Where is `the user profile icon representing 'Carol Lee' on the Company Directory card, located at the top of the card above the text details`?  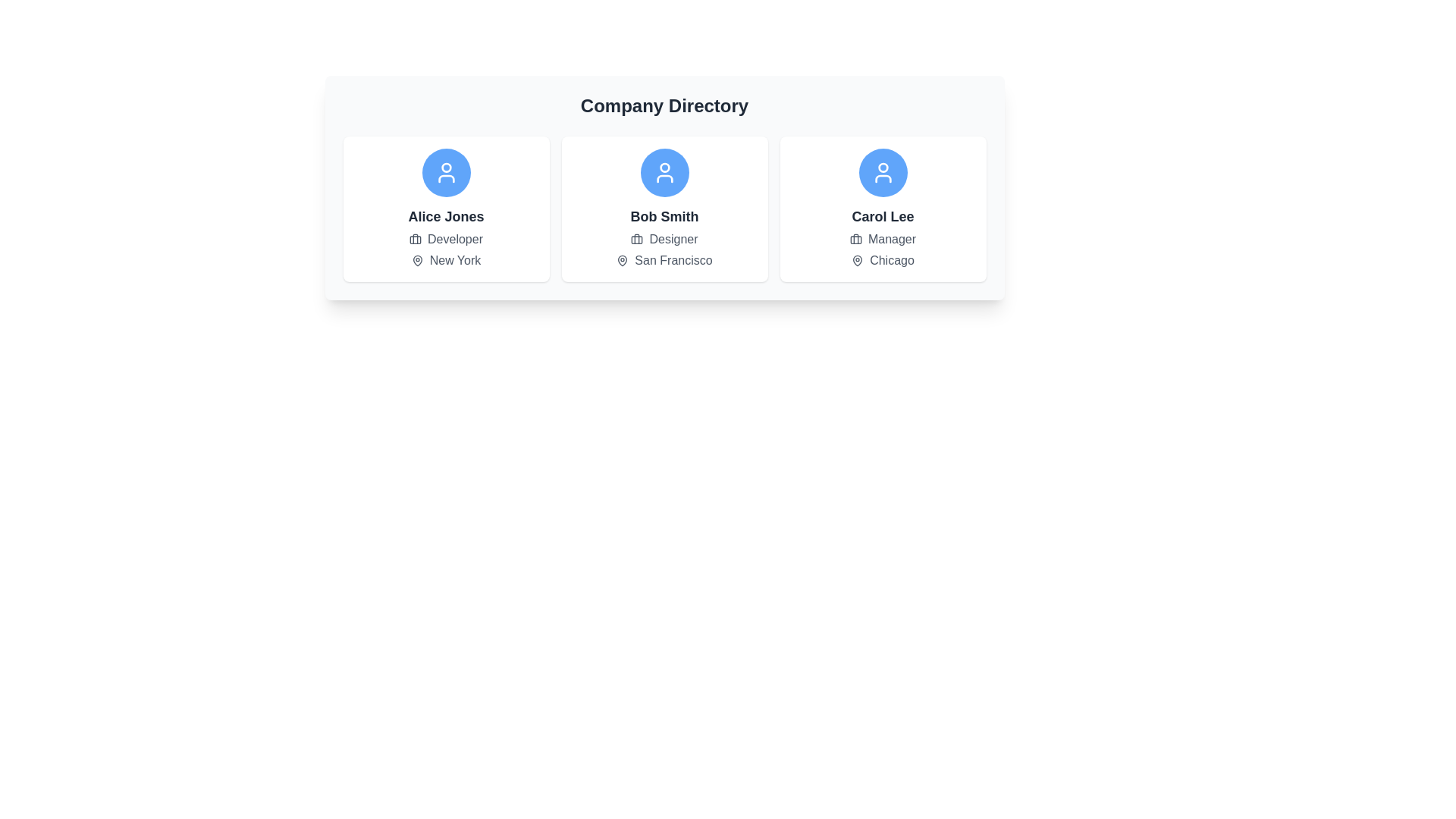 the user profile icon representing 'Carol Lee' on the Company Directory card, located at the top of the card above the text details is located at coordinates (883, 171).